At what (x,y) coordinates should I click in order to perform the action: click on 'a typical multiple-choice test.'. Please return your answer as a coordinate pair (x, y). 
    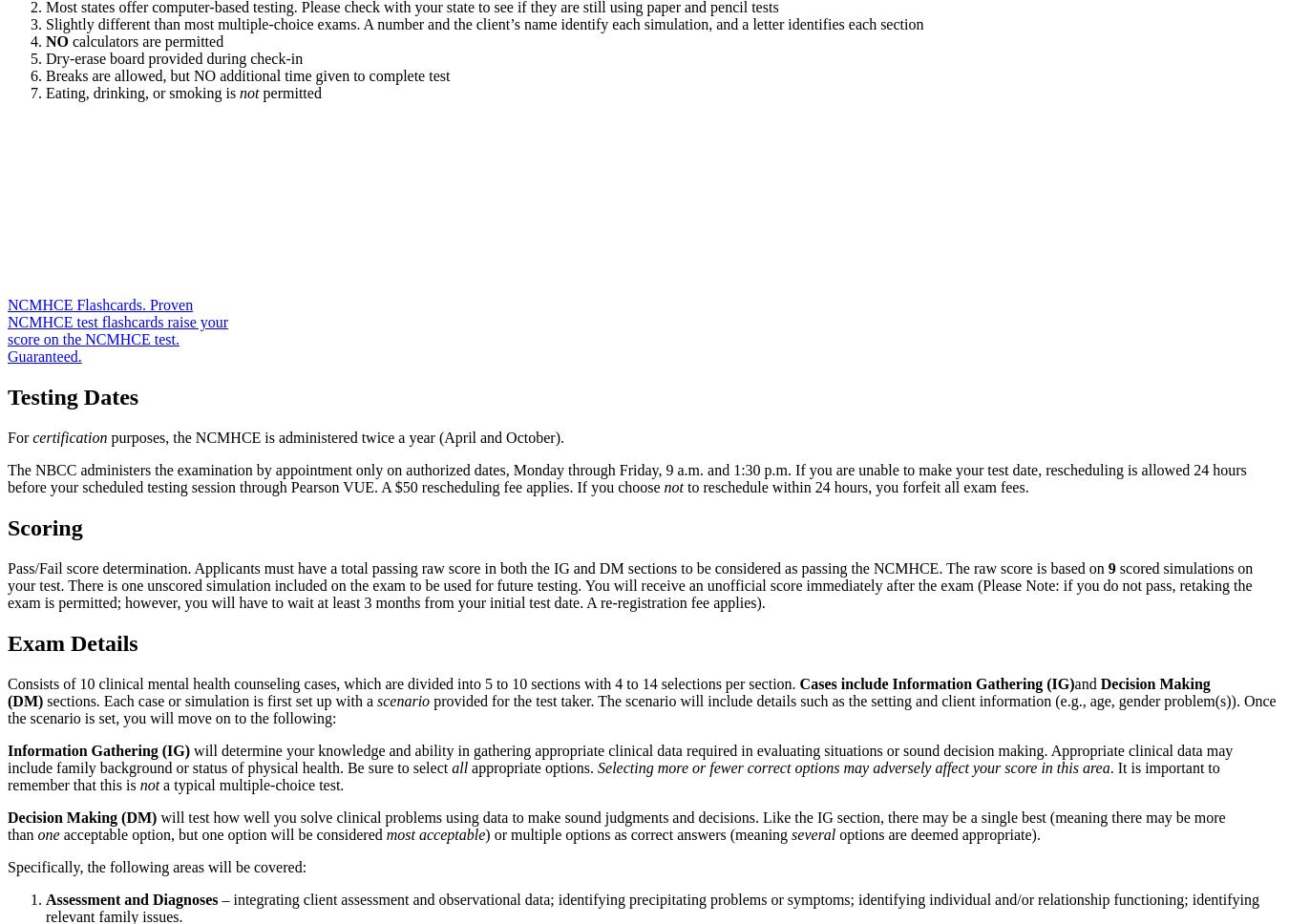
    Looking at the image, I should click on (250, 784).